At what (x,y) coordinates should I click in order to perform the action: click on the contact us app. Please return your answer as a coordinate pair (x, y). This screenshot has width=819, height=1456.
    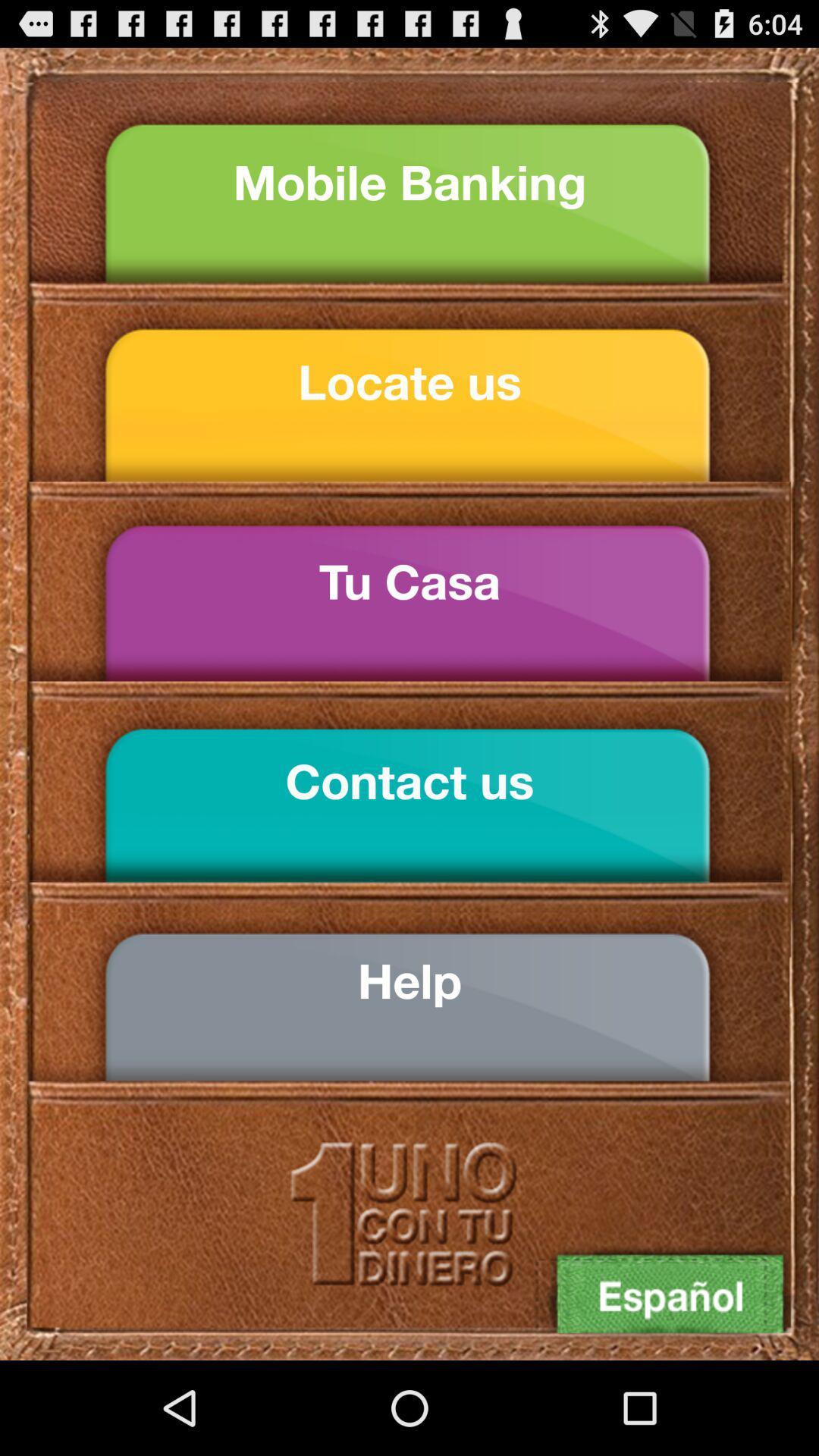
    Looking at the image, I should click on (409, 781).